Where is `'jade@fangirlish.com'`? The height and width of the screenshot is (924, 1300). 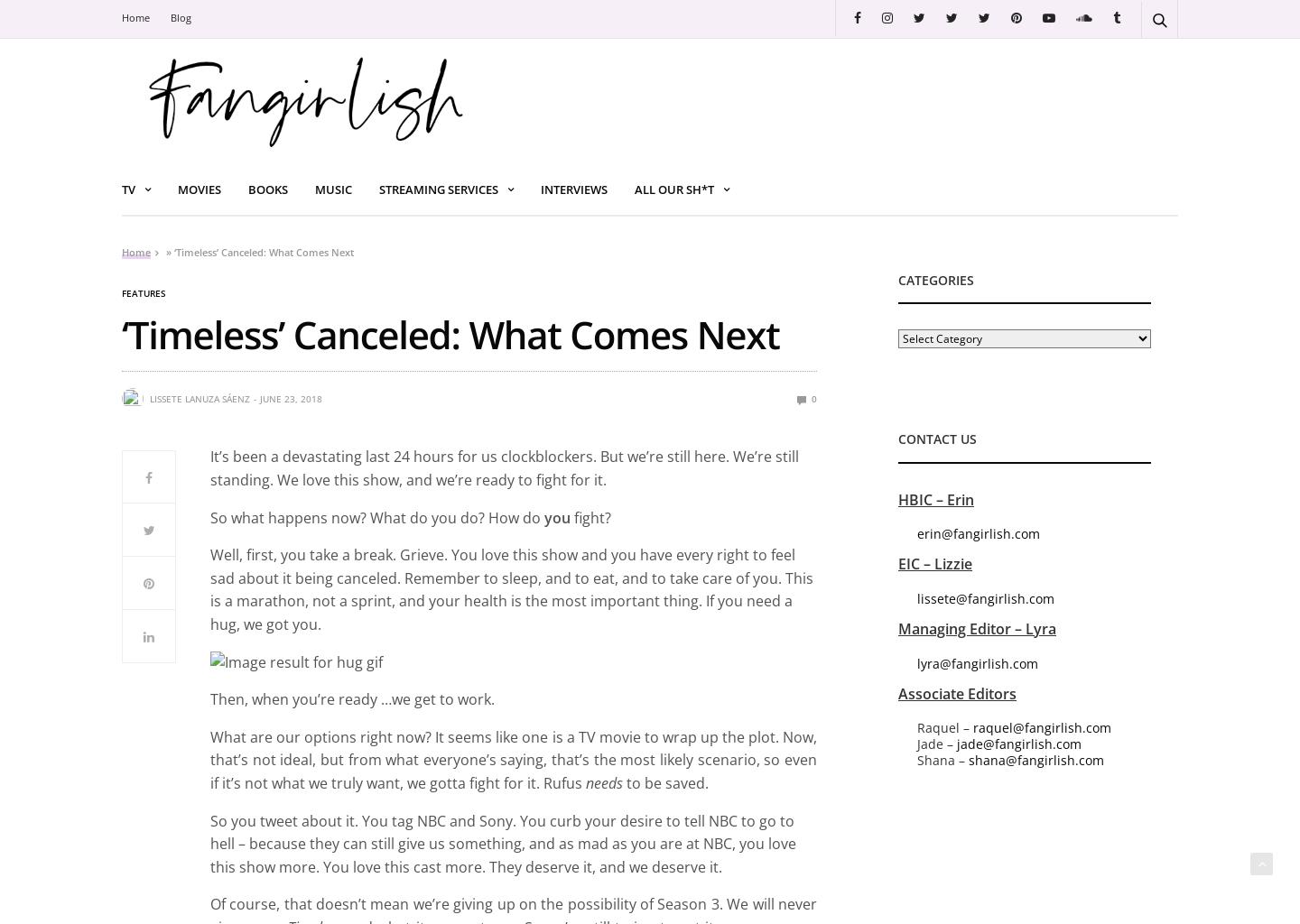
'jade@fangirlish.com' is located at coordinates (1017, 743).